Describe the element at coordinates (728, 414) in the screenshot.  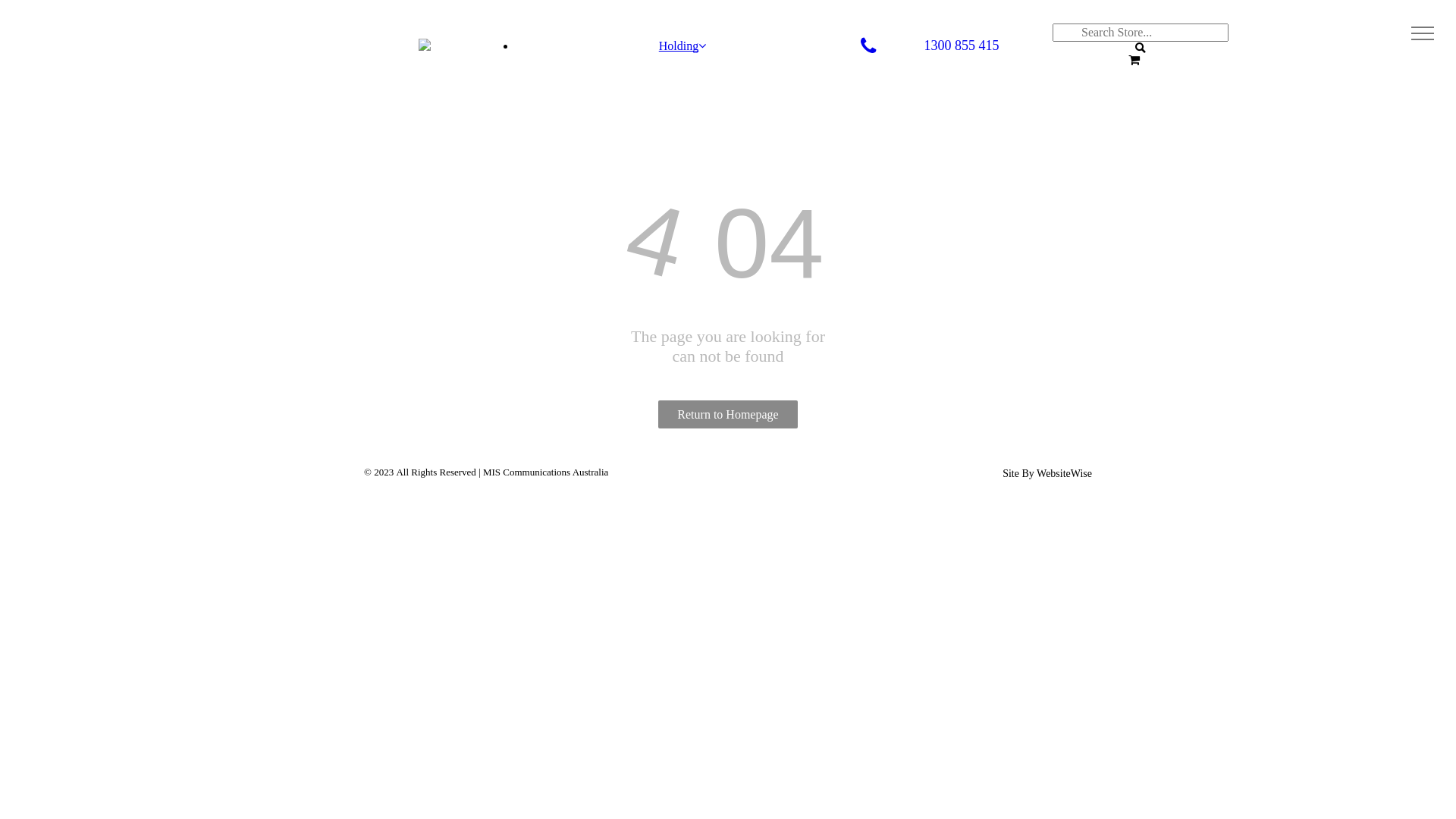
I see `'Return to Homepage'` at that location.